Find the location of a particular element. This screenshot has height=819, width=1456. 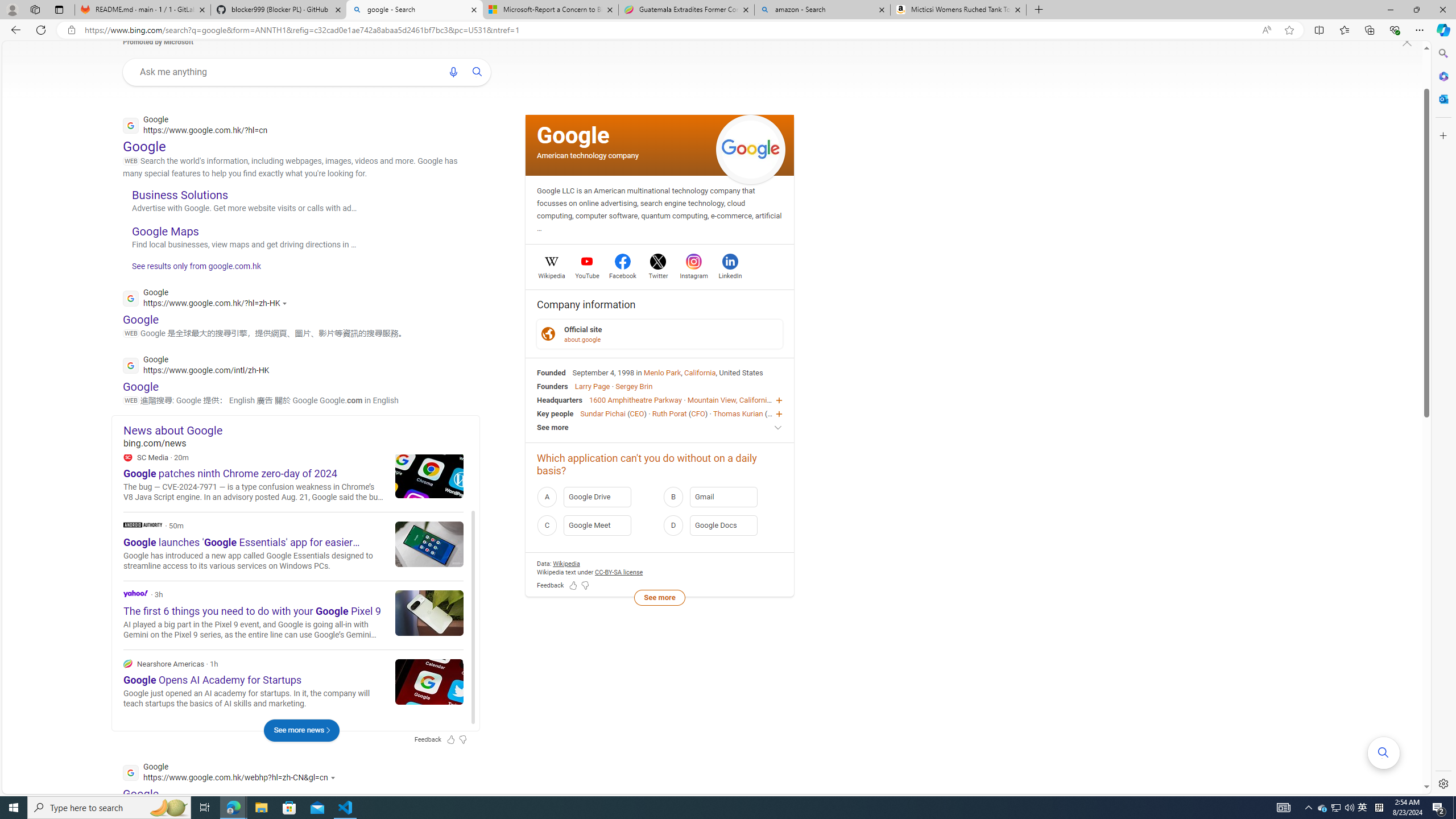

'amazon - Search' is located at coordinates (822, 9).